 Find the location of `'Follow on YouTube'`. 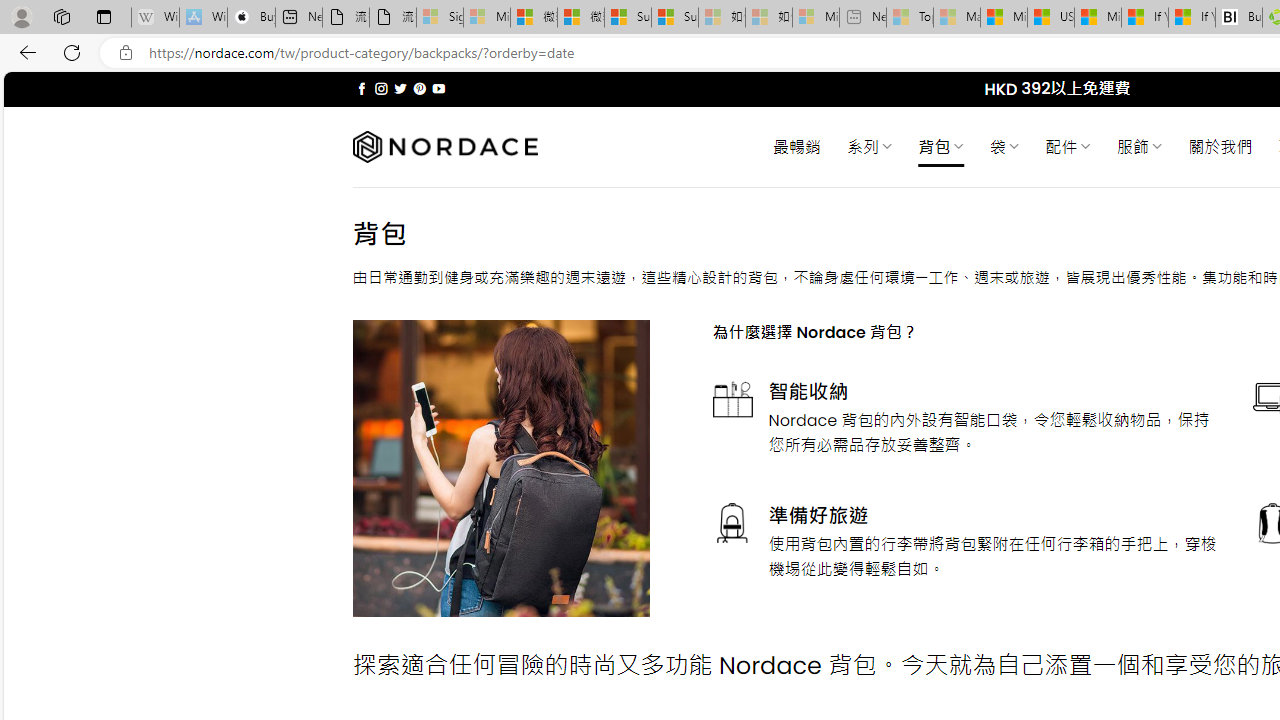

'Follow on YouTube' is located at coordinates (438, 88).